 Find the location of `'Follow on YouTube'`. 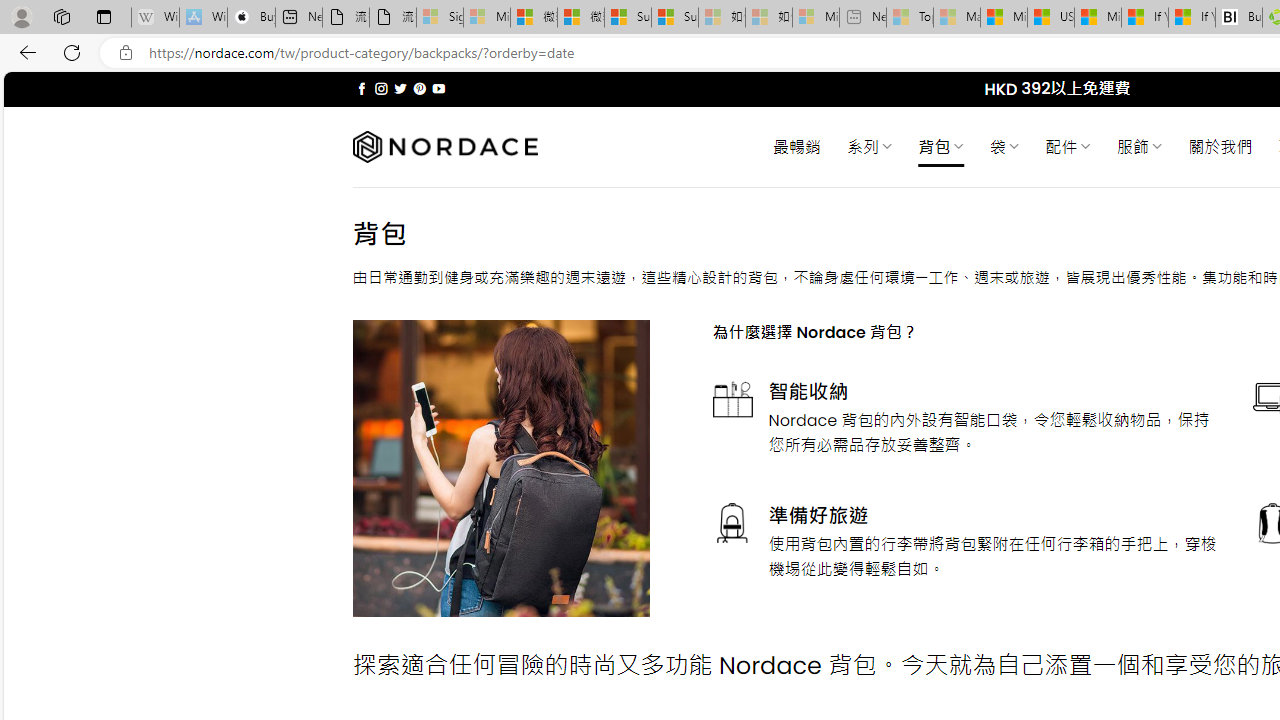

'Follow on YouTube' is located at coordinates (438, 88).